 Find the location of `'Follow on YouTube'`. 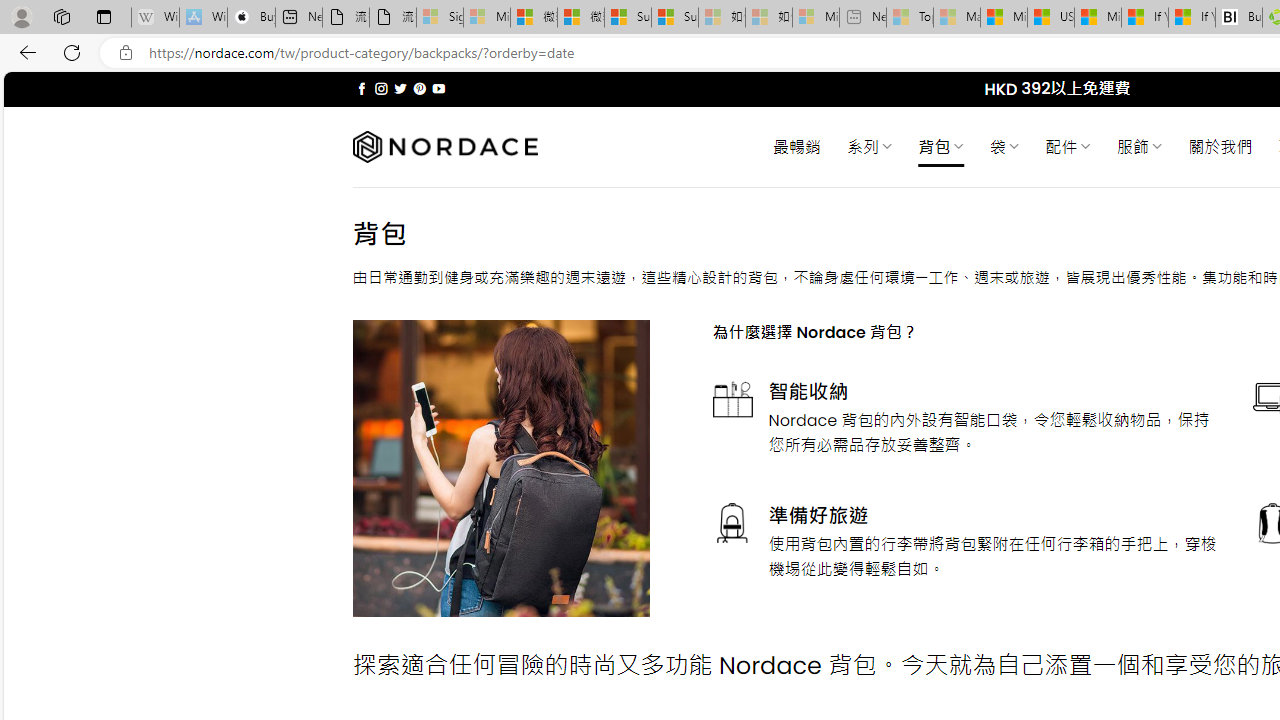

'Follow on YouTube' is located at coordinates (438, 88).